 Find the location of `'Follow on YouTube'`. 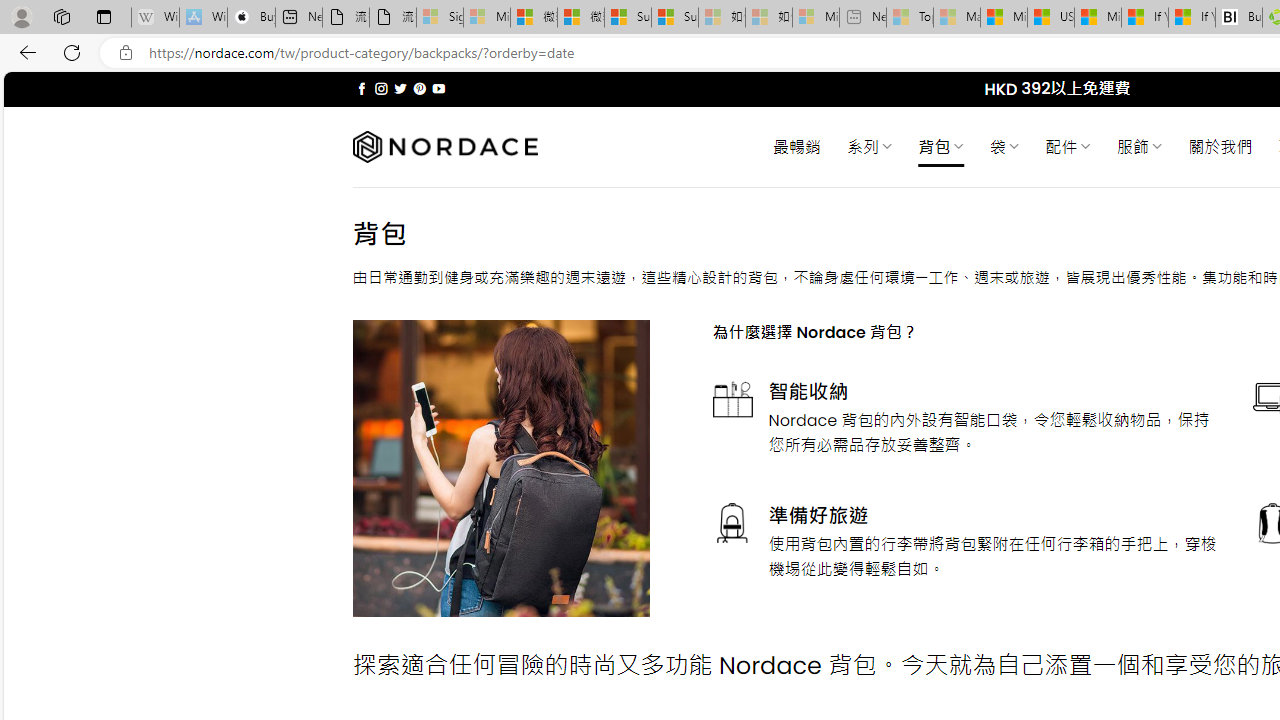

'Follow on YouTube' is located at coordinates (438, 88).